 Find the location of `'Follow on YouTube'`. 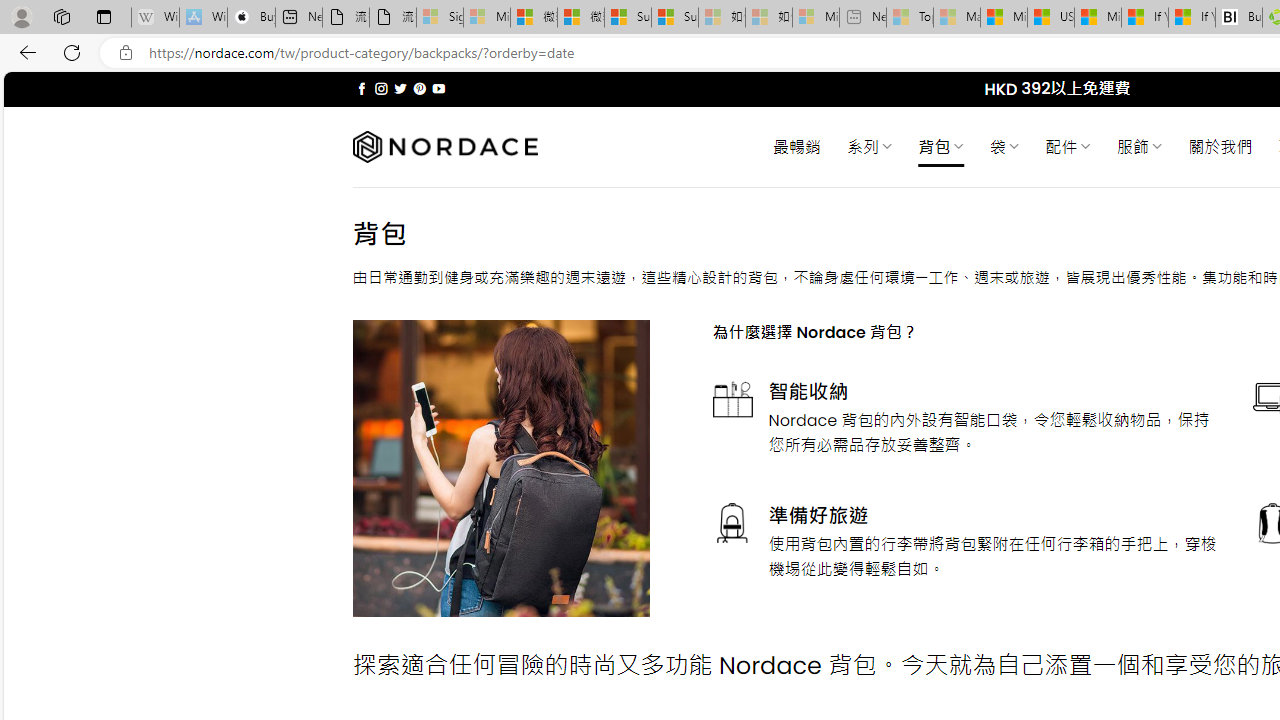

'Follow on YouTube' is located at coordinates (438, 88).